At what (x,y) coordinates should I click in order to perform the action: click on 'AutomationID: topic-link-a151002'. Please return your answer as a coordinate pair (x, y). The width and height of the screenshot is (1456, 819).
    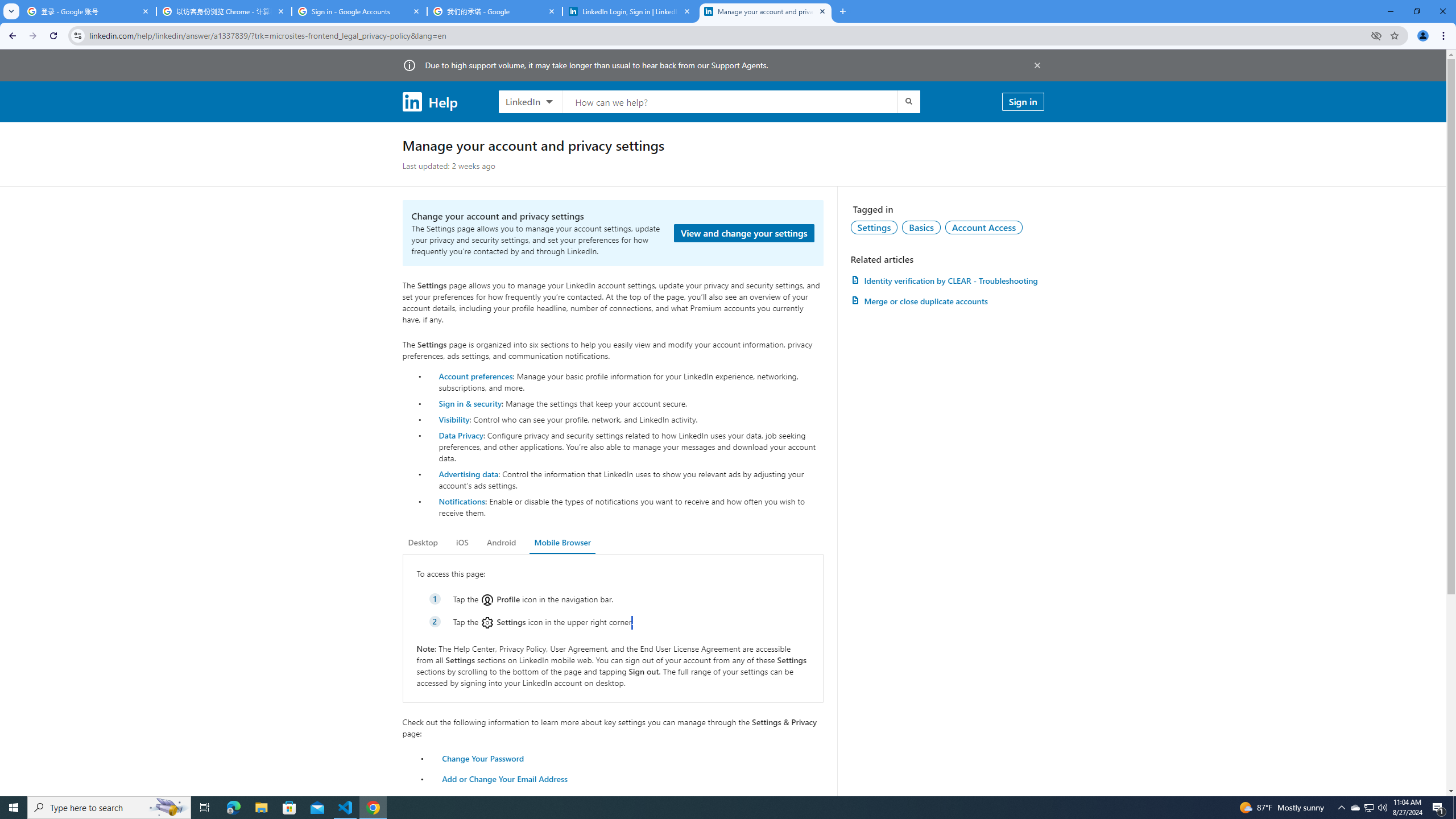
    Looking at the image, I should click on (983, 226).